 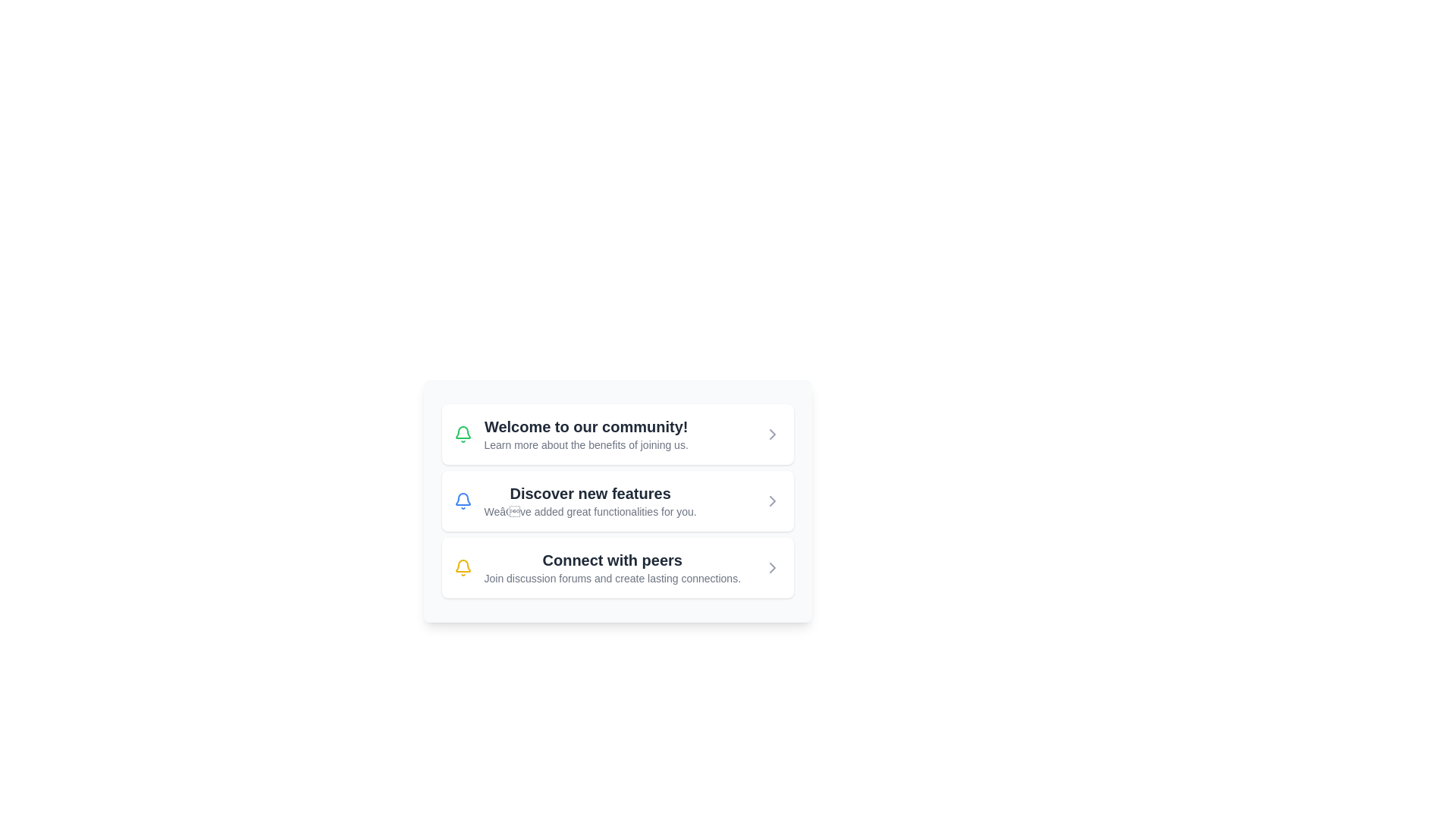 What do you see at coordinates (462, 566) in the screenshot?
I see `the center of the graphical element representing the bottom part of the bell icon in the 'Discover new features' menu option` at bounding box center [462, 566].